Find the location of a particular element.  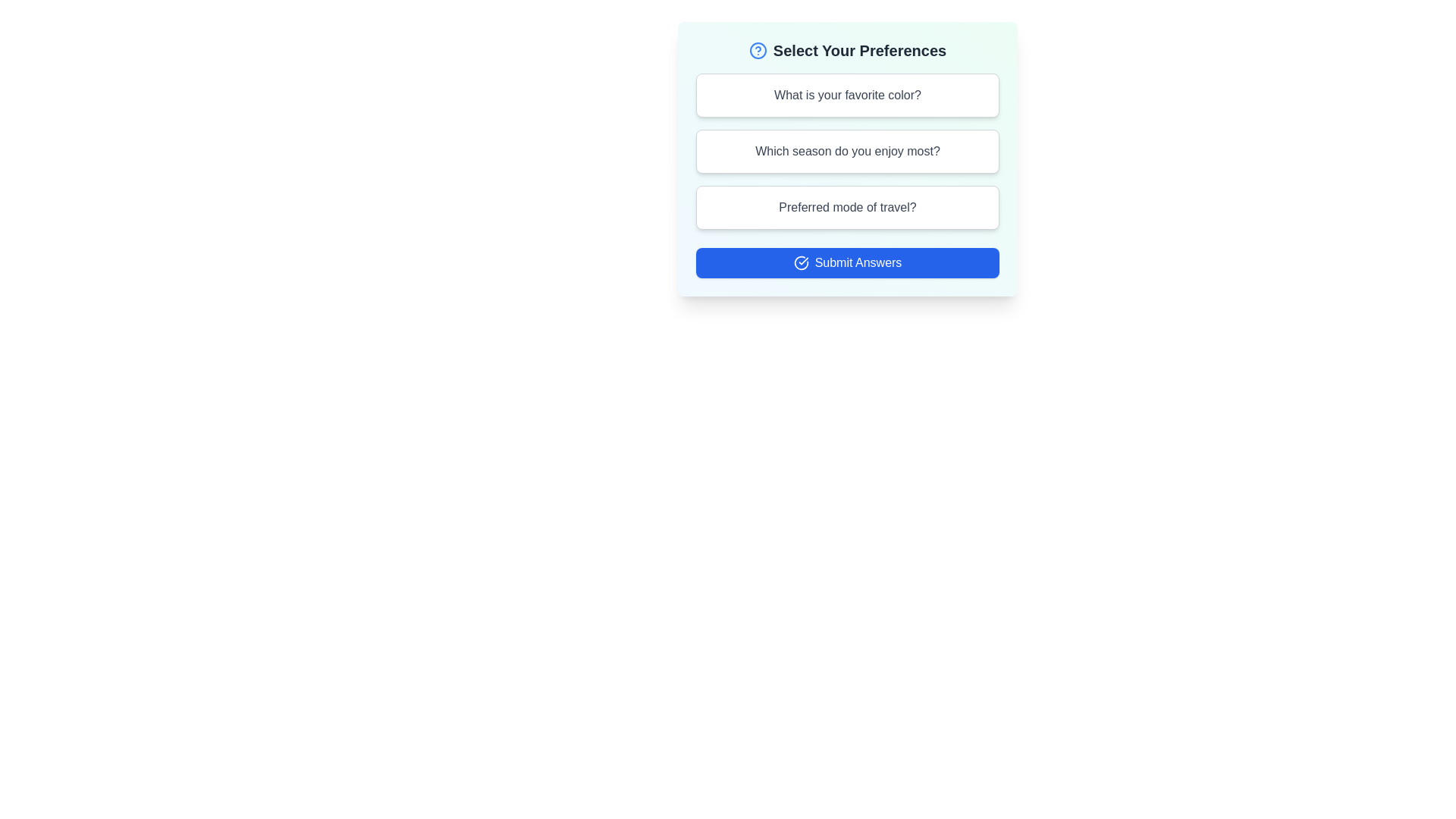

the question card labeled 'Preferred mode of travel?' to preview its selection state is located at coordinates (847, 207).